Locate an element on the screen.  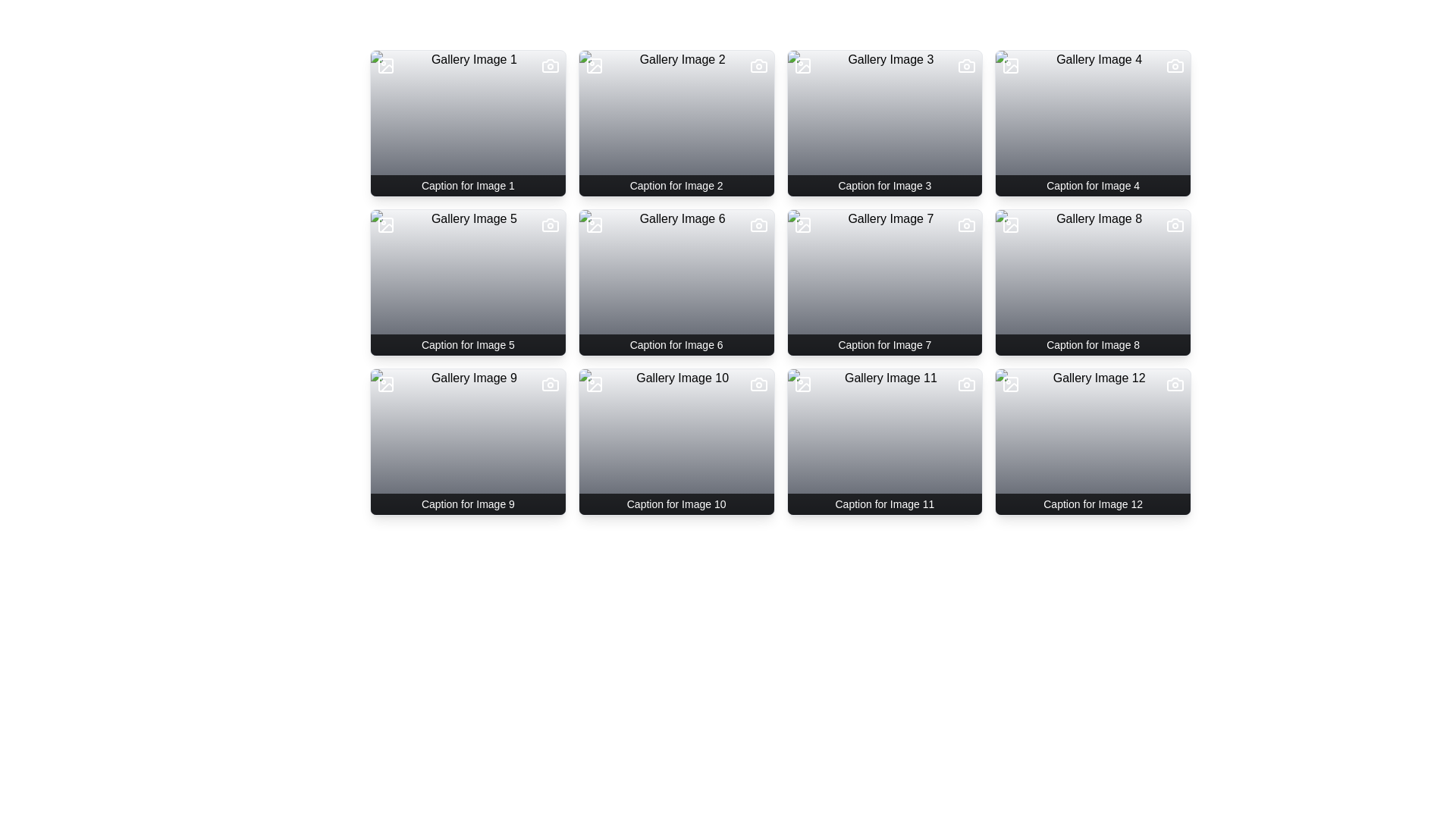
the Image icon located at the top-left corner of the card labeled 'Caption for Image 6', which is positioned in the second row, second column of the grid is located at coordinates (593, 225).